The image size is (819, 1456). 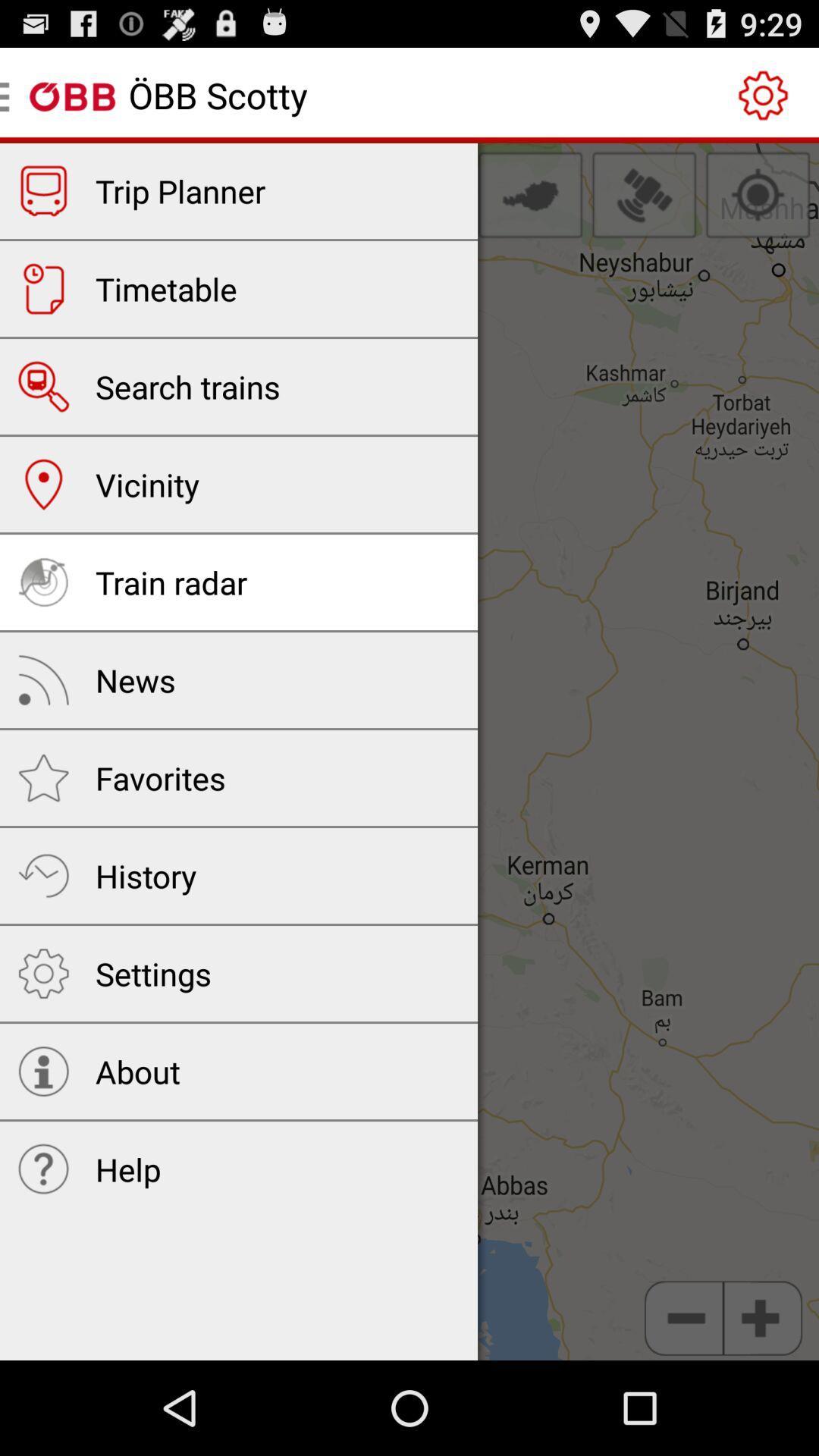 What do you see at coordinates (146, 876) in the screenshot?
I see `history icon` at bounding box center [146, 876].